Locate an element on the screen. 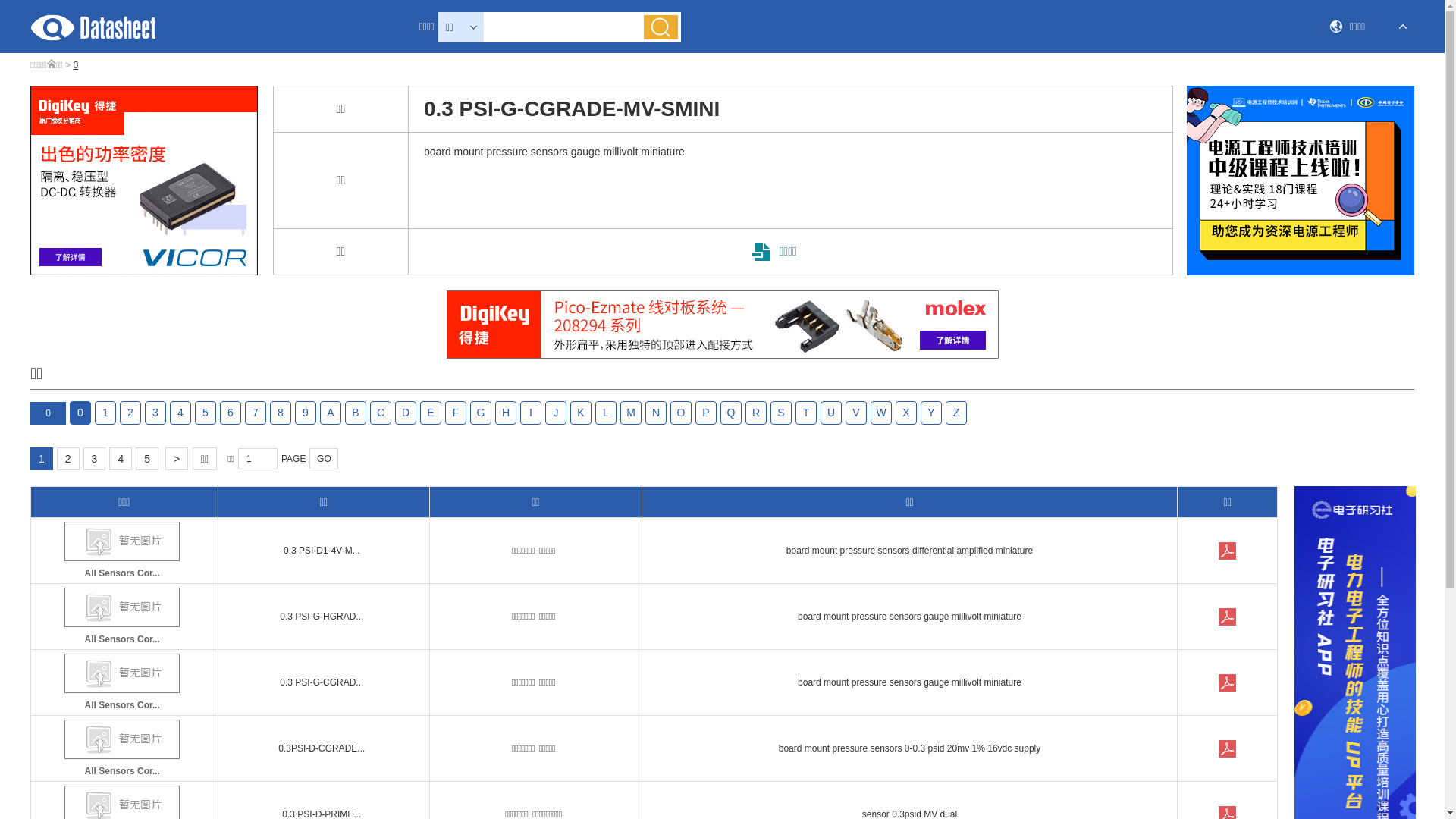  'P' is located at coordinates (694, 413).